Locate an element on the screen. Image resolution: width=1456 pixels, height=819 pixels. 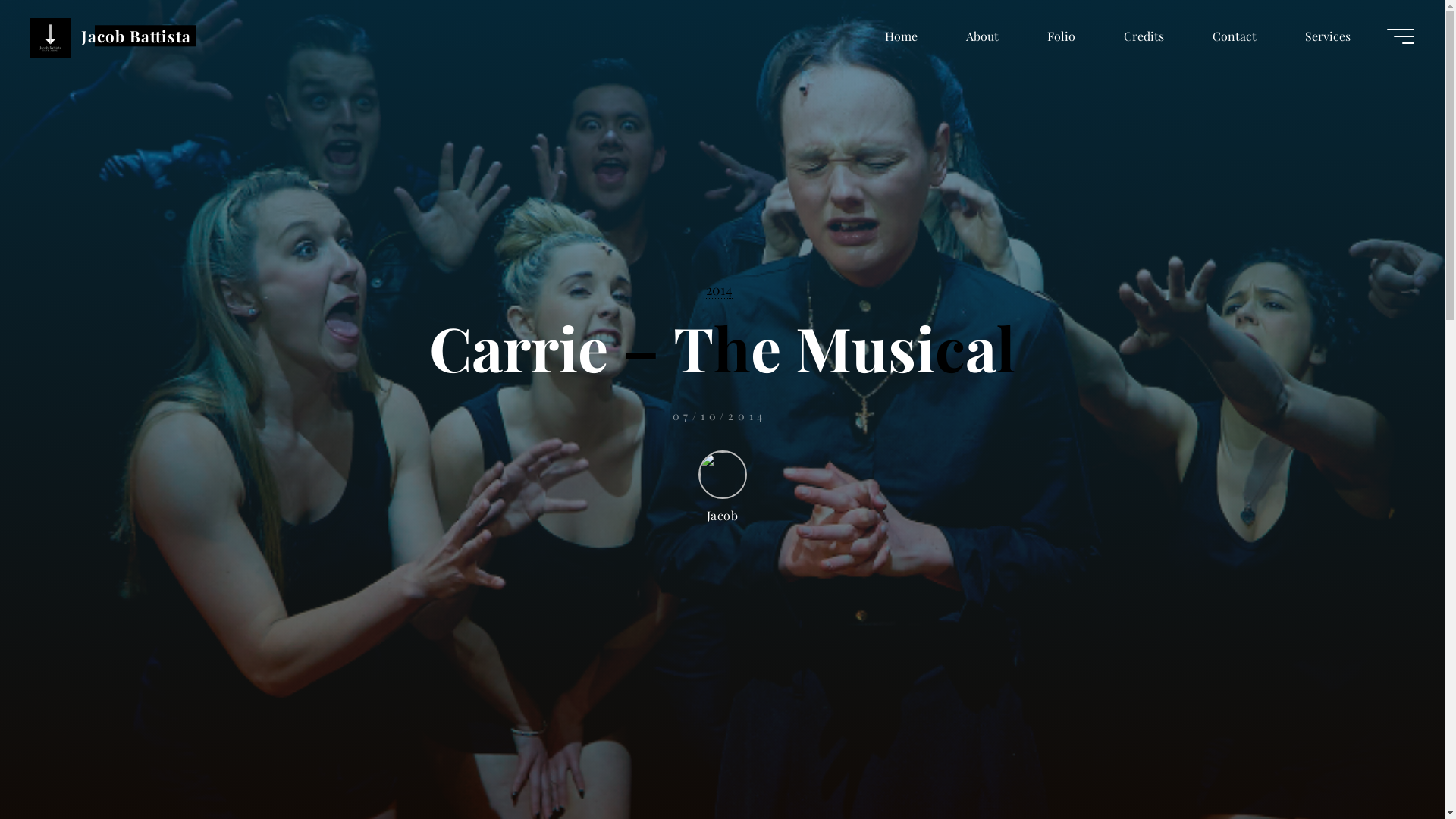
'Jacob' is located at coordinates (697, 486).